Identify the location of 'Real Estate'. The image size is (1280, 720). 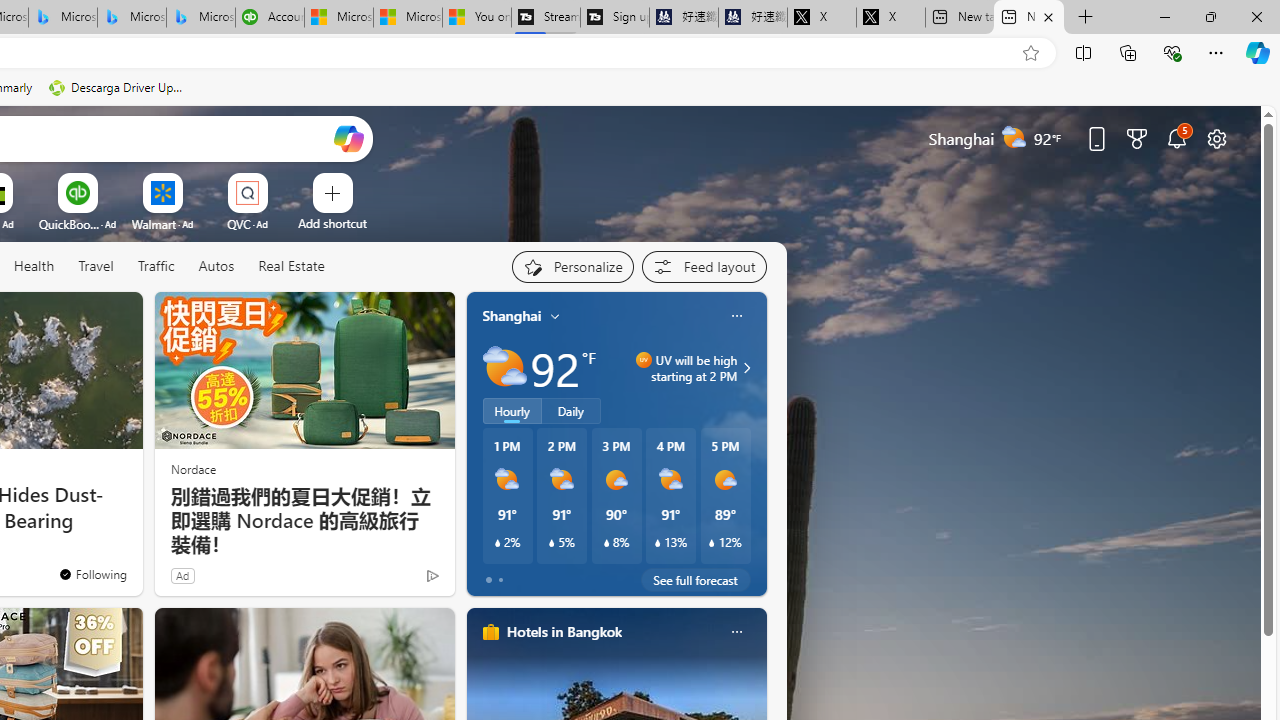
(290, 266).